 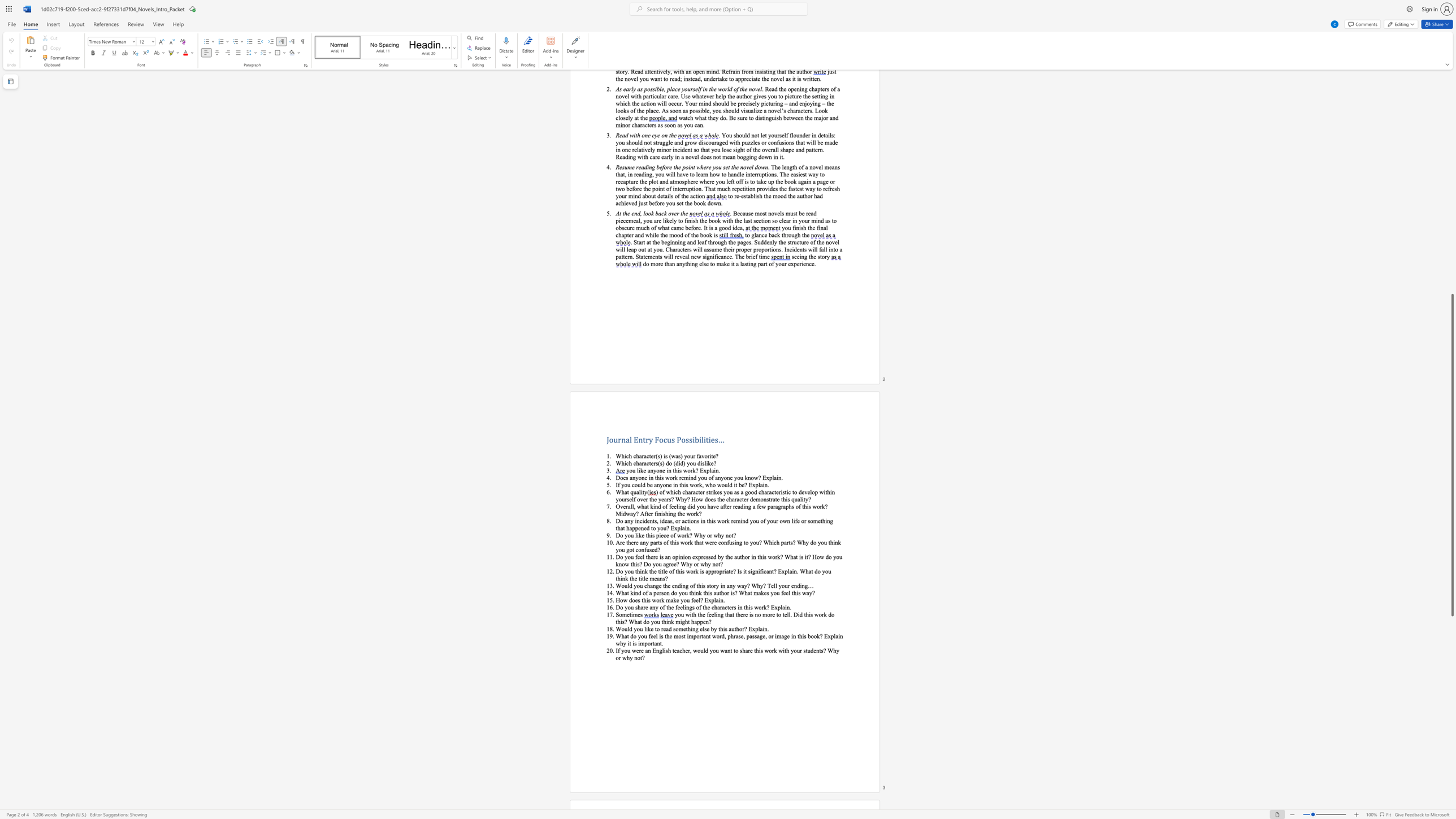 What do you see at coordinates (690, 484) in the screenshot?
I see `the subset text "work, who would it be? Expla" within the text "If you could be anyone in this work, who would it be? Explain."` at bounding box center [690, 484].